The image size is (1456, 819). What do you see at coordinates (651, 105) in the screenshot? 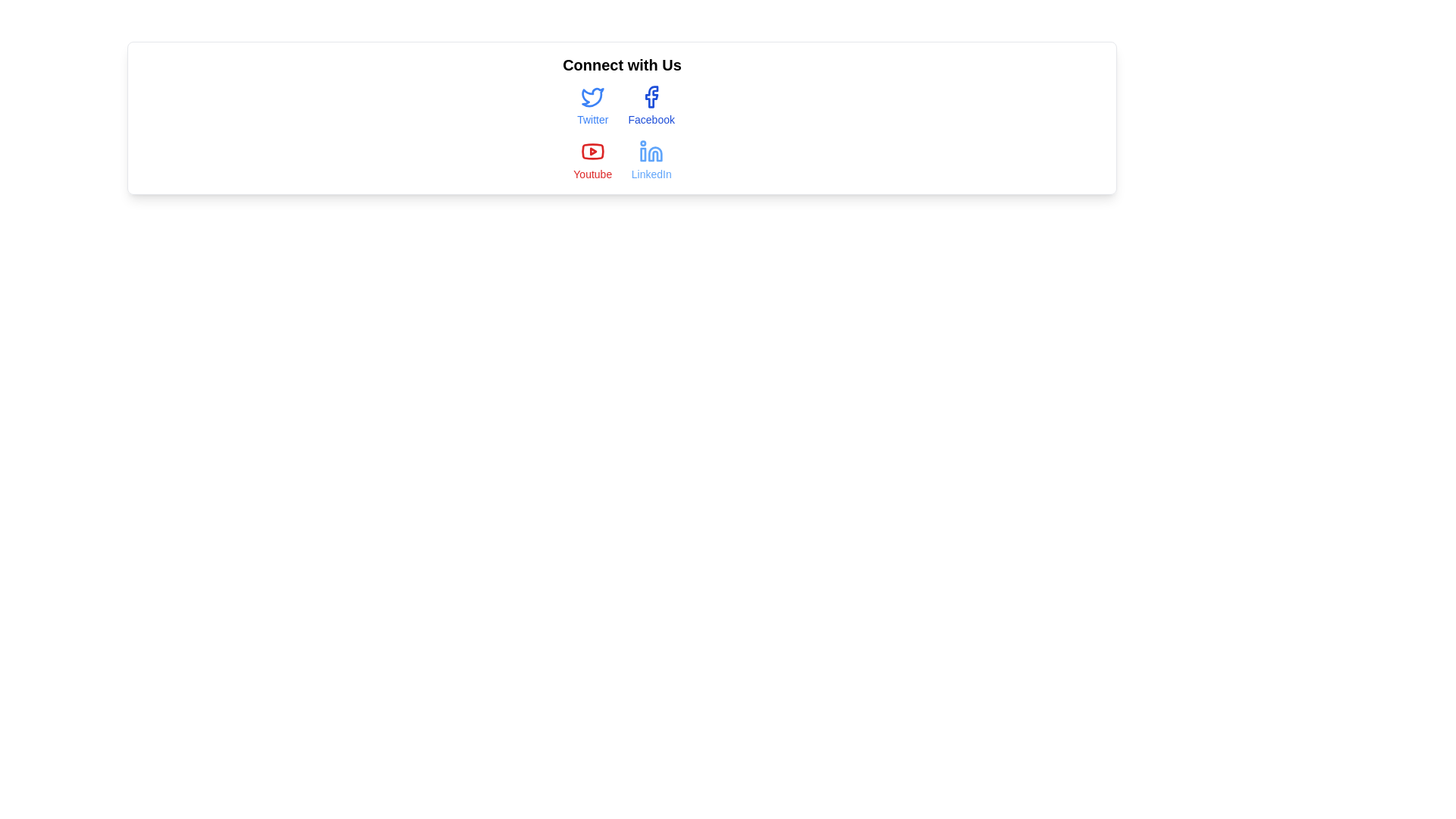
I see `the Facebook button-like hyperlink located in the top-right slot of the grid layout` at bounding box center [651, 105].